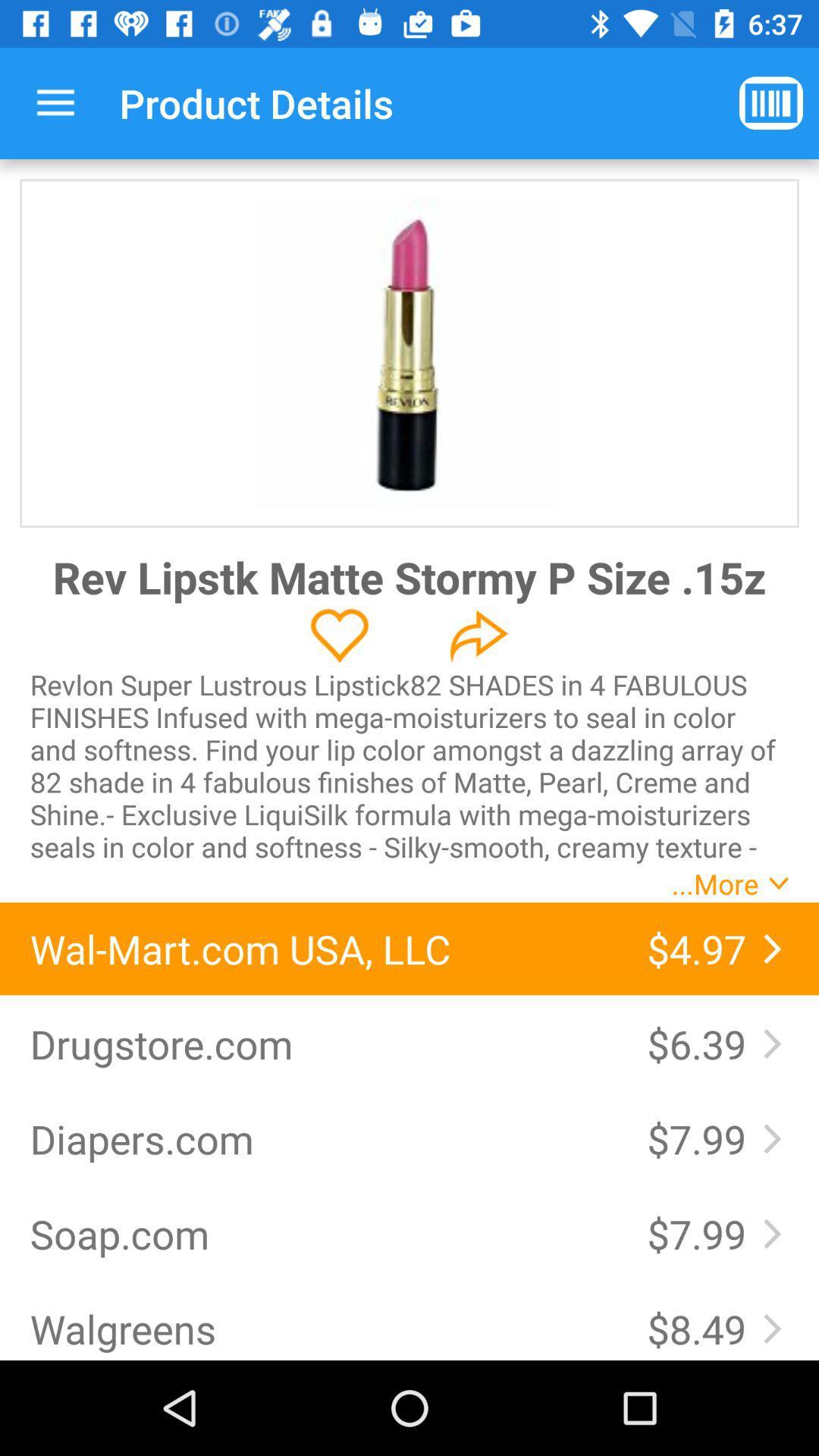 This screenshot has width=819, height=1456. I want to click on the redo icon, so click(479, 635).